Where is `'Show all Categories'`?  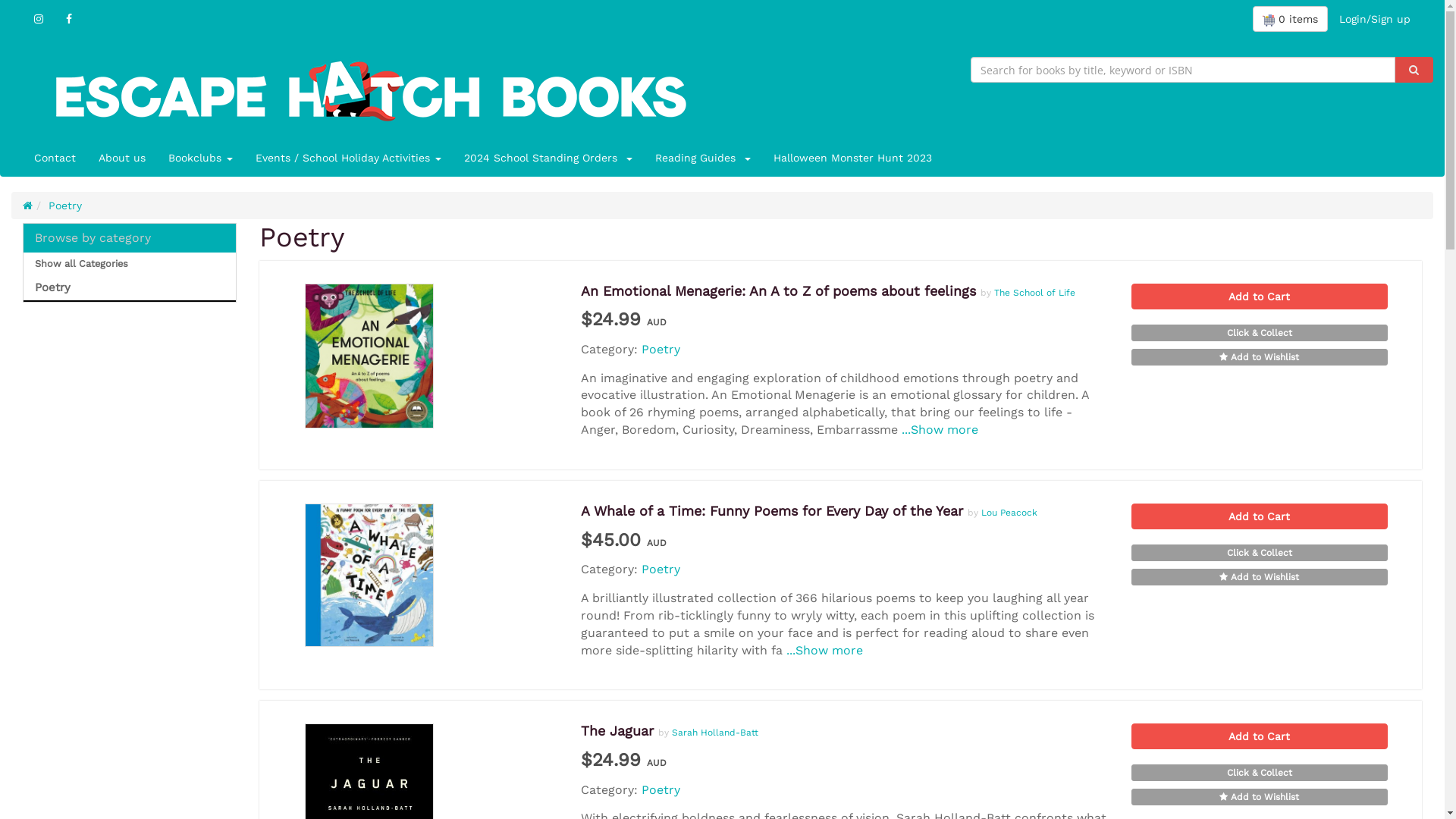
'Show all Categories' is located at coordinates (130, 262).